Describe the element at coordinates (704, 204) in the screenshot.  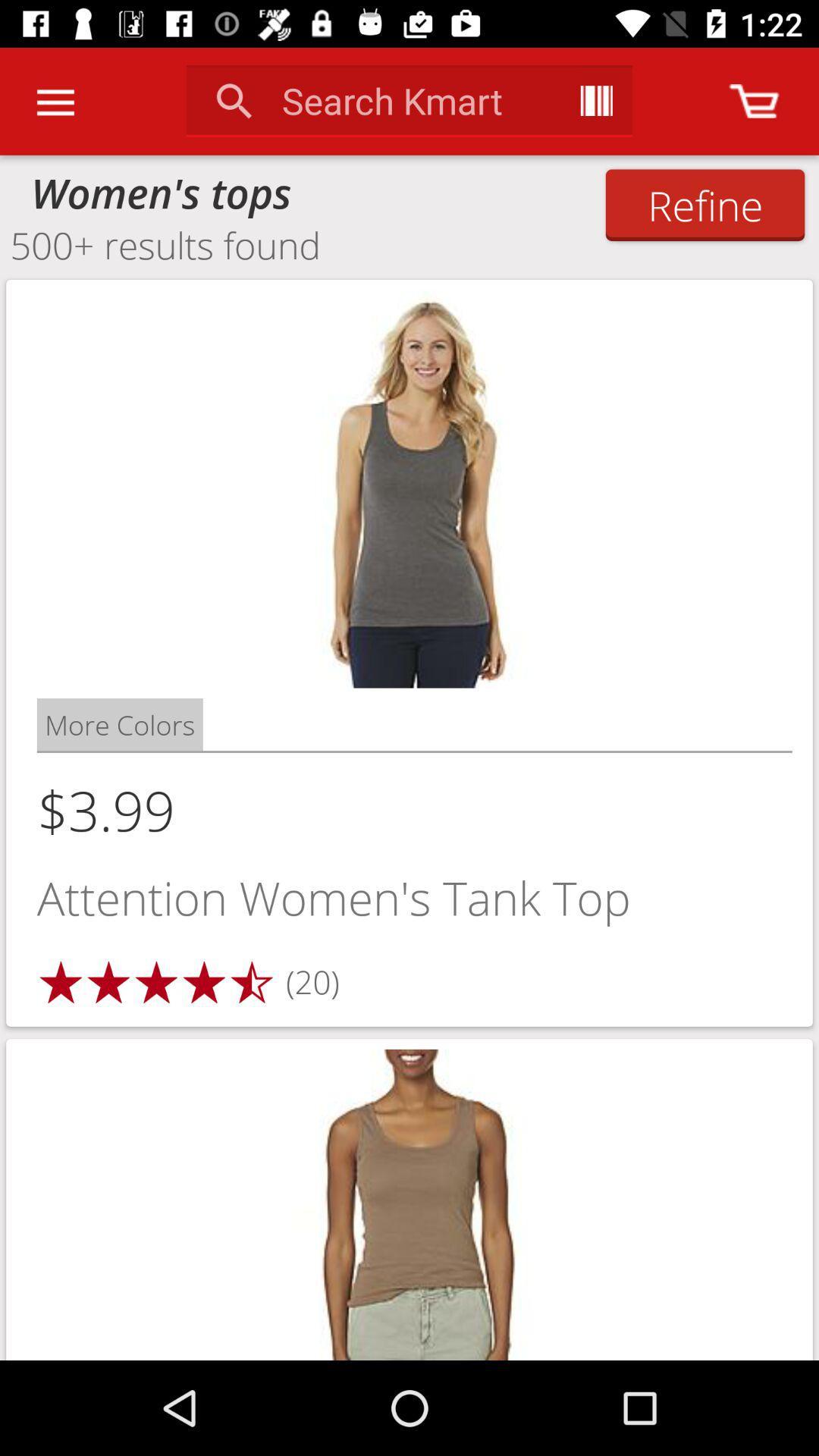
I see `the item next to  women's tops` at that location.